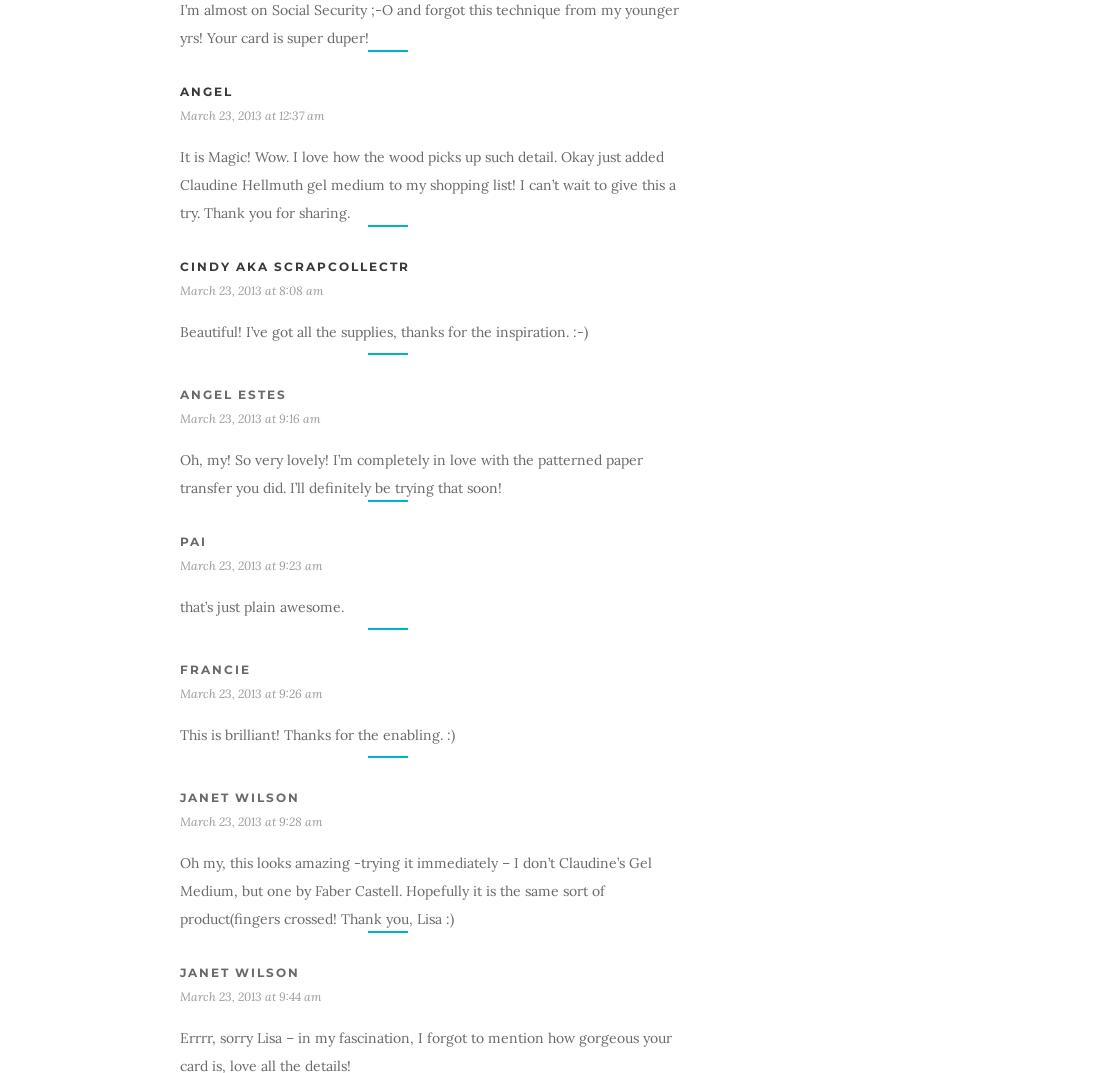 This screenshot has width=1100, height=1073. I want to click on 'March 23, 2013 at 9:26 am', so click(178, 692).